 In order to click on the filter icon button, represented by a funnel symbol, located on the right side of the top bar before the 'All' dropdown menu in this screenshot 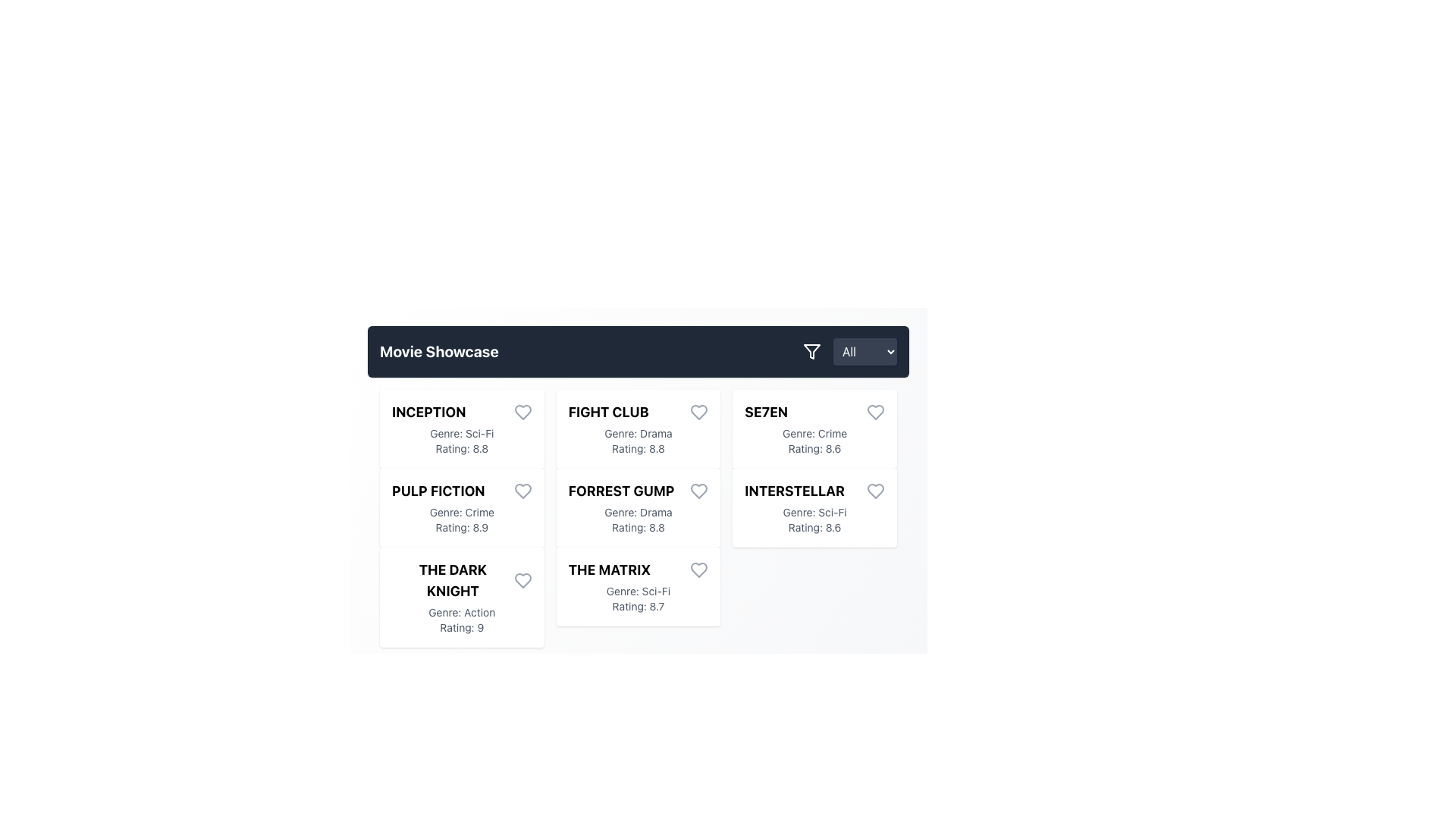, I will do `click(811, 351)`.